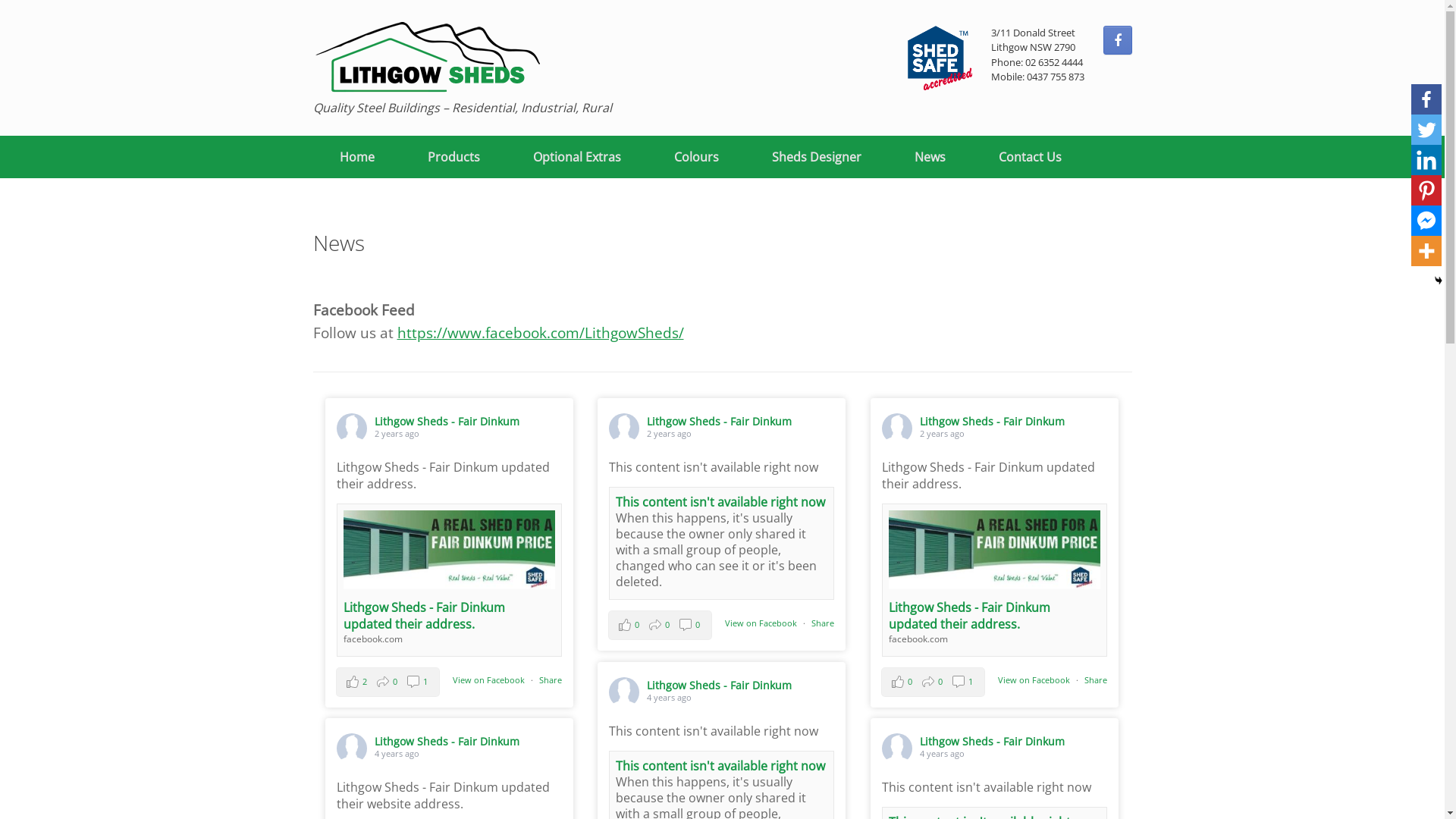 The image size is (1456, 819). I want to click on 'Hide', so click(1437, 281).